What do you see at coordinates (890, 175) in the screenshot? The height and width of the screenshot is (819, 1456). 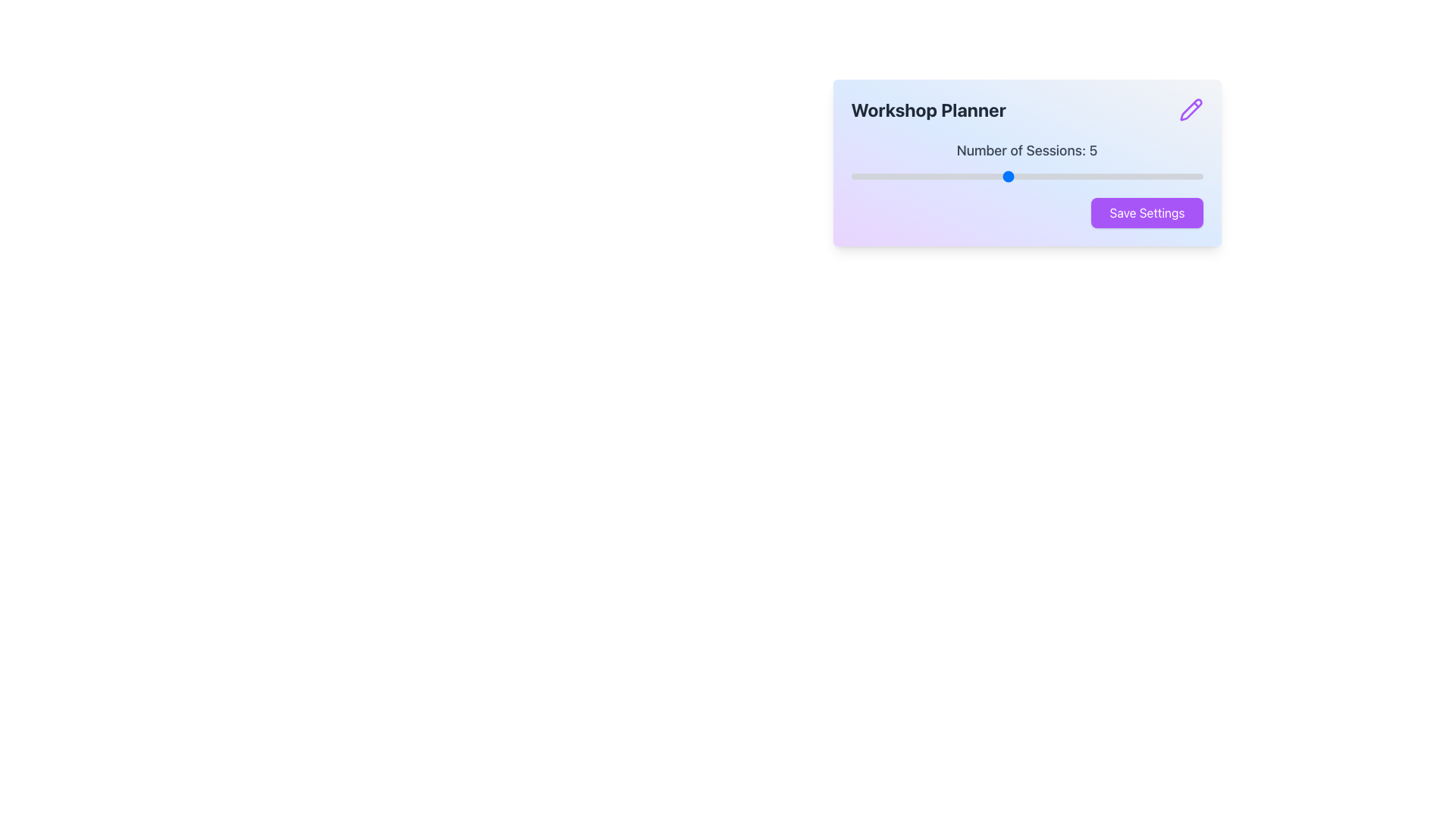 I see `the slider` at bounding box center [890, 175].